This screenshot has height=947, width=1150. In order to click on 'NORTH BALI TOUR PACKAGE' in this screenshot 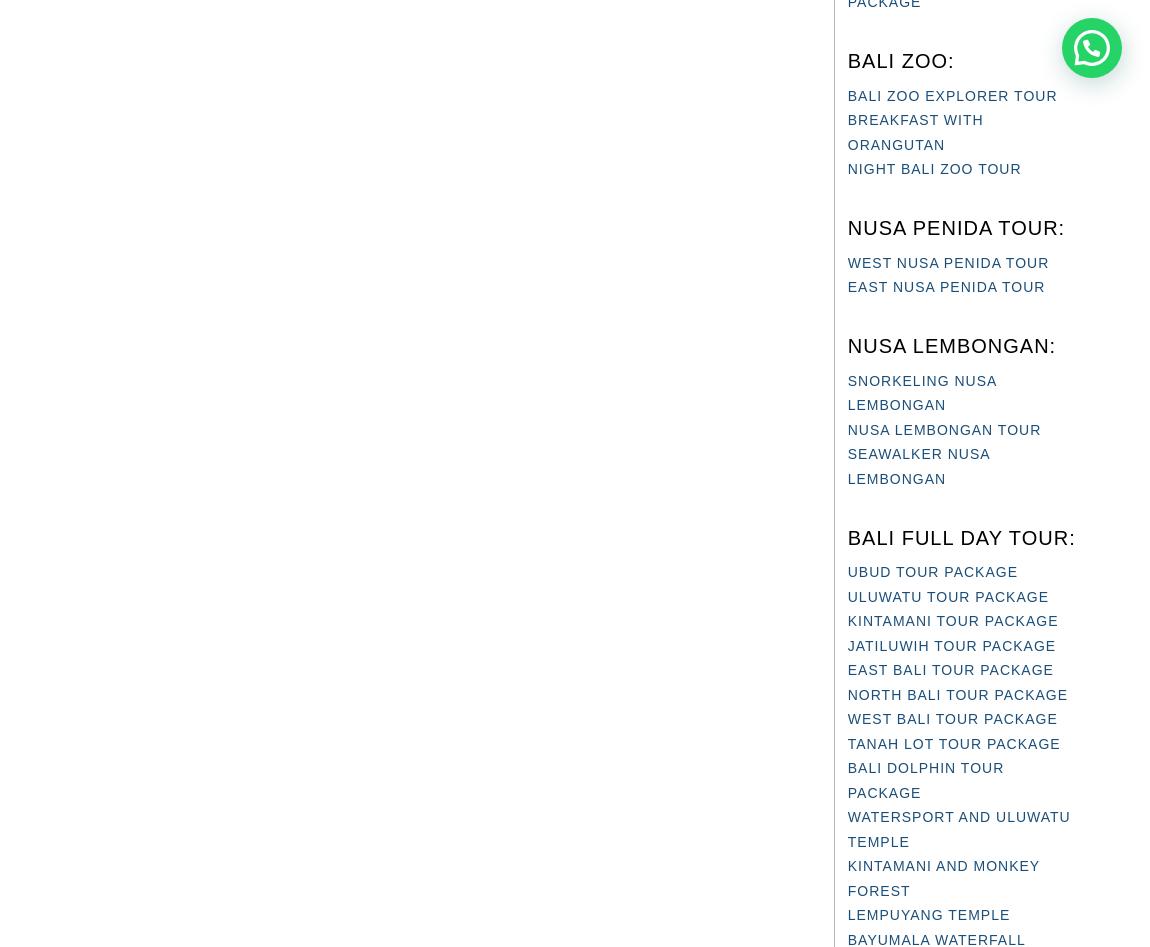, I will do `click(845, 692)`.